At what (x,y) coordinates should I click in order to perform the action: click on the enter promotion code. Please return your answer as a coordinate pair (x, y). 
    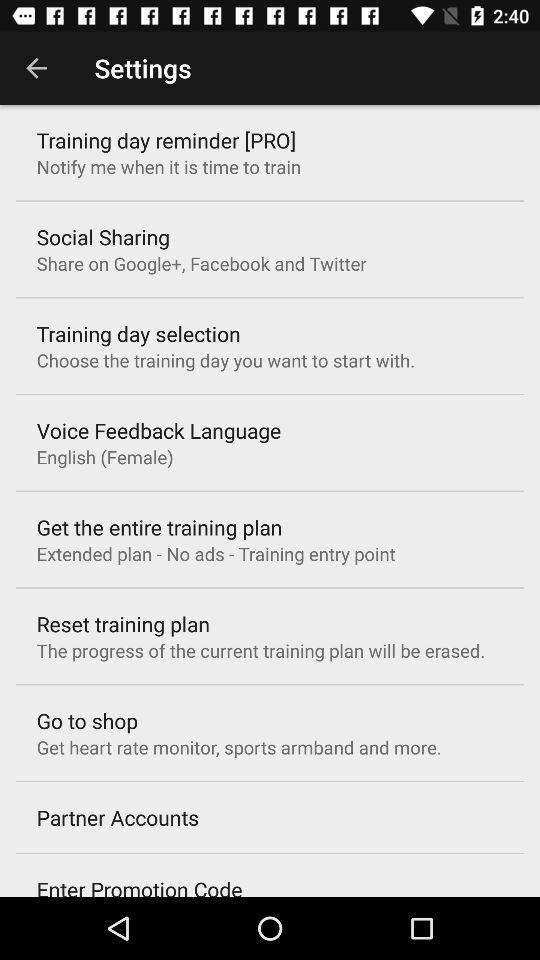
    Looking at the image, I should click on (138, 885).